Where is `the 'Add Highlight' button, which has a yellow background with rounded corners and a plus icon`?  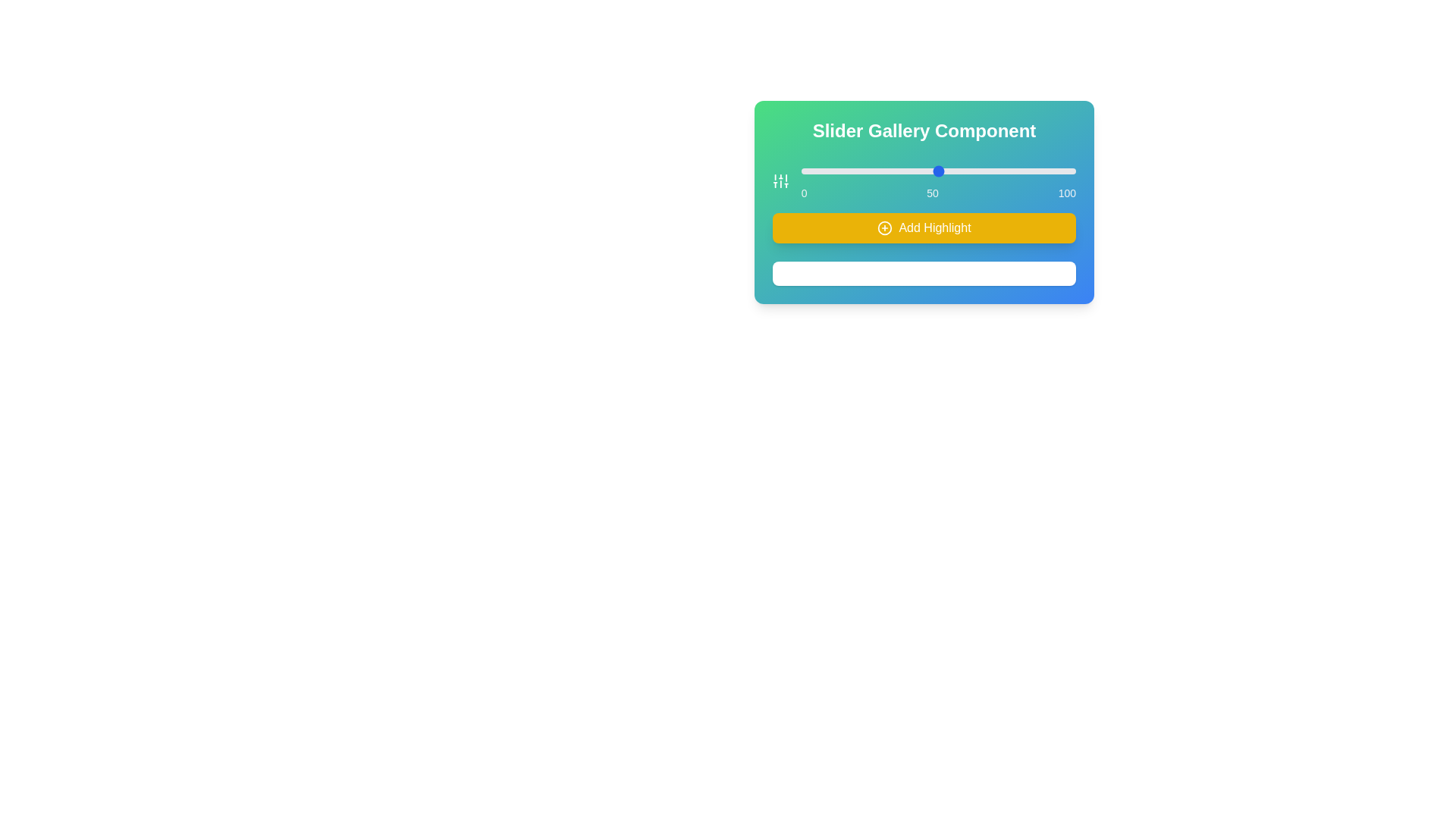
the 'Add Highlight' button, which has a yellow background with rounded corners and a plus icon is located at coordinates (924, 227).